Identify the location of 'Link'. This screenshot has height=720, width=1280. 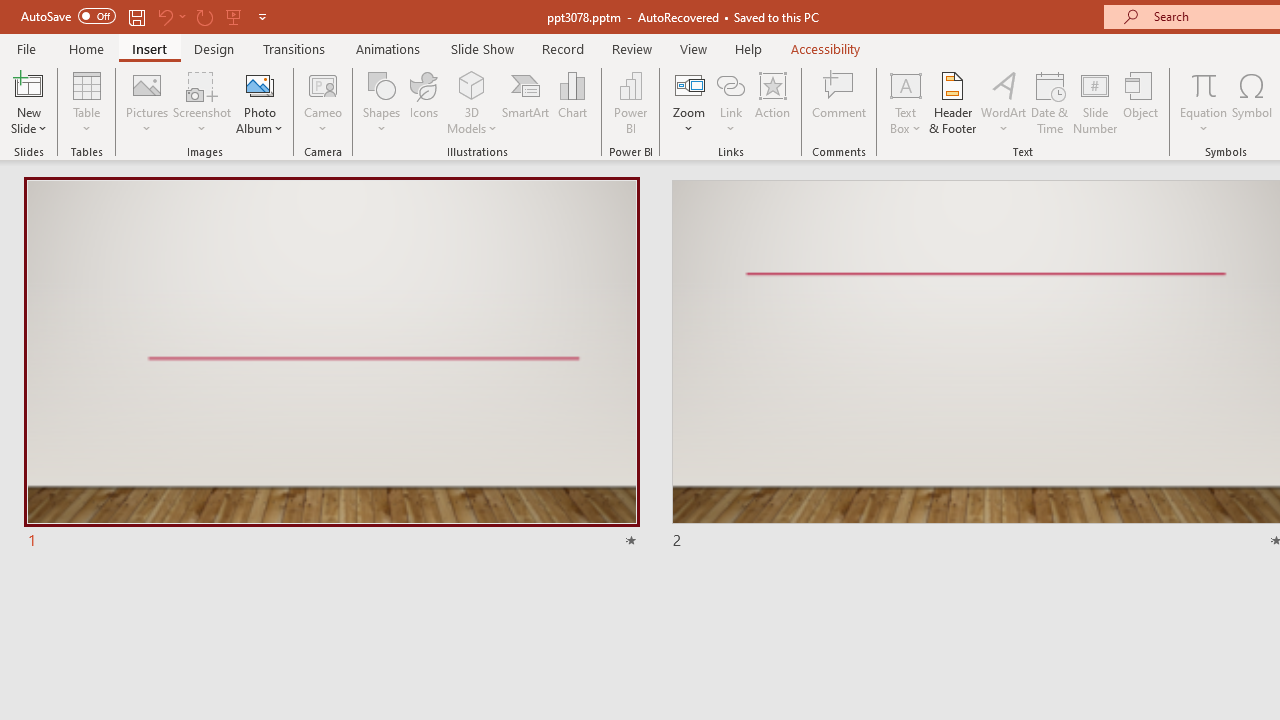
(730, 103).